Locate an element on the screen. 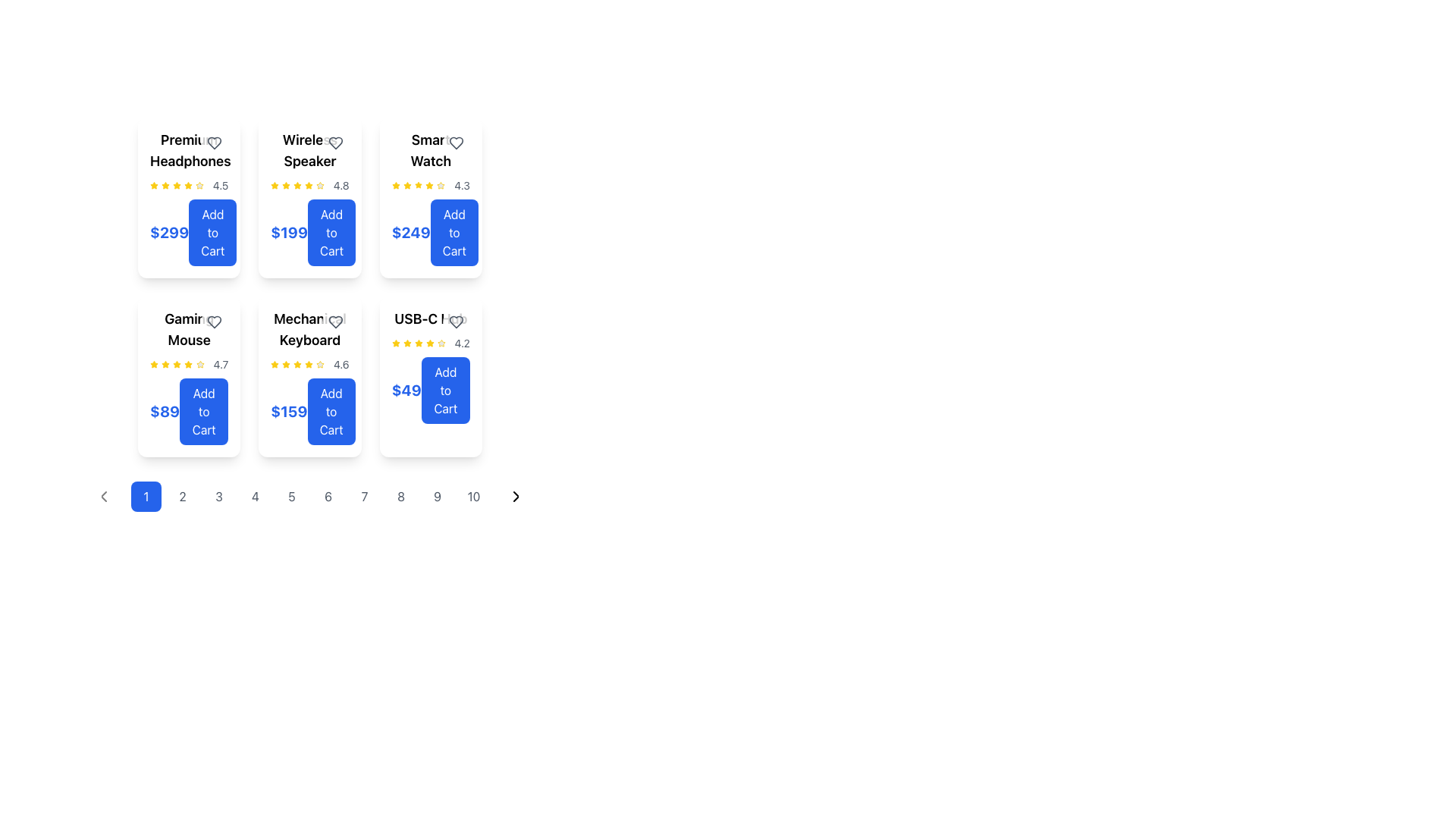 This screenshot has height=819, width=1456. the circular button displaying the number '4' is located at coordinates (255, 497).